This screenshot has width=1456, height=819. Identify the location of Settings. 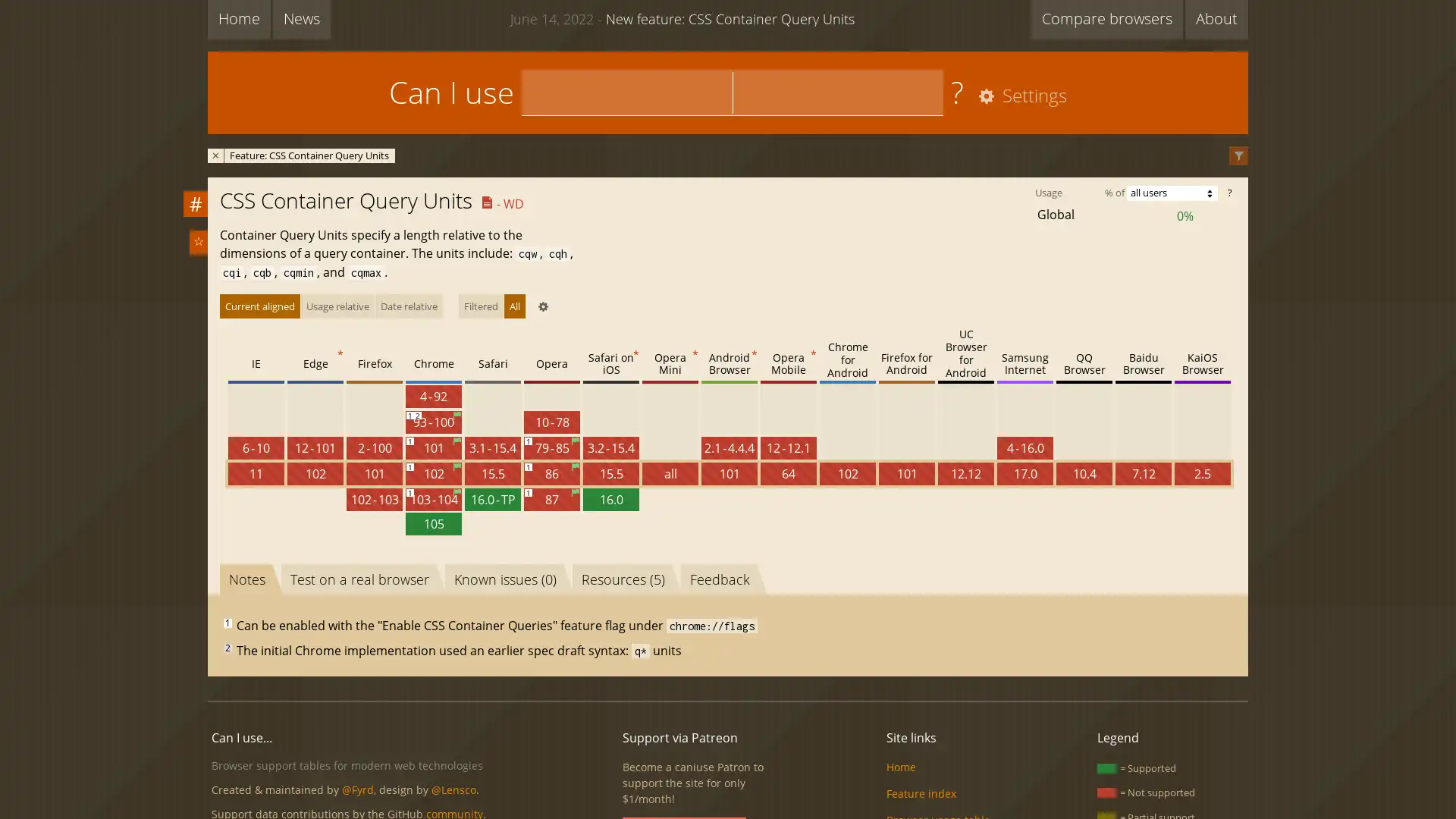
(1019, 96).